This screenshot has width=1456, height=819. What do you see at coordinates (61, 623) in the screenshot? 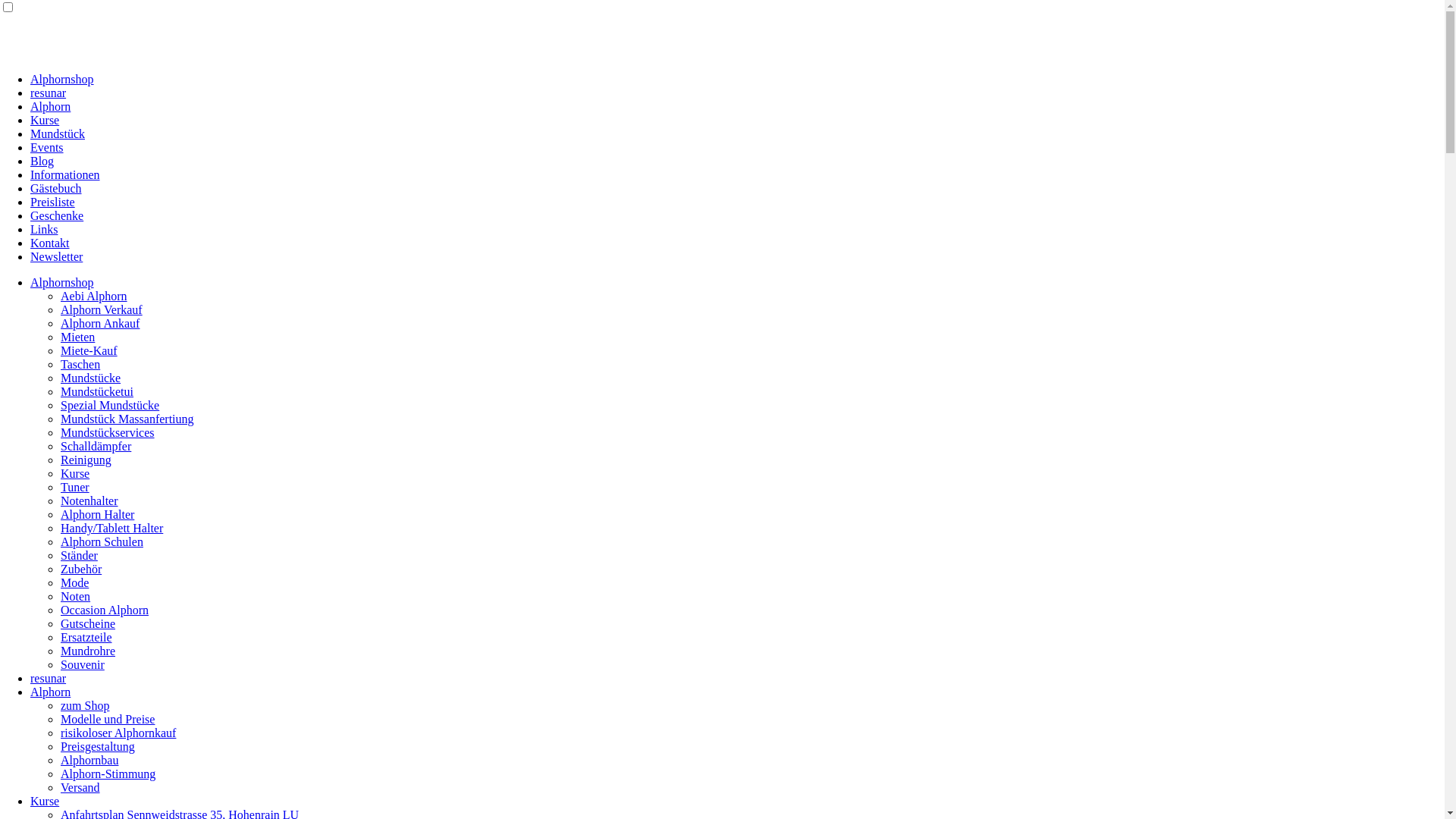
I see `'Gutscheine'` at bounding box center [61, 623].